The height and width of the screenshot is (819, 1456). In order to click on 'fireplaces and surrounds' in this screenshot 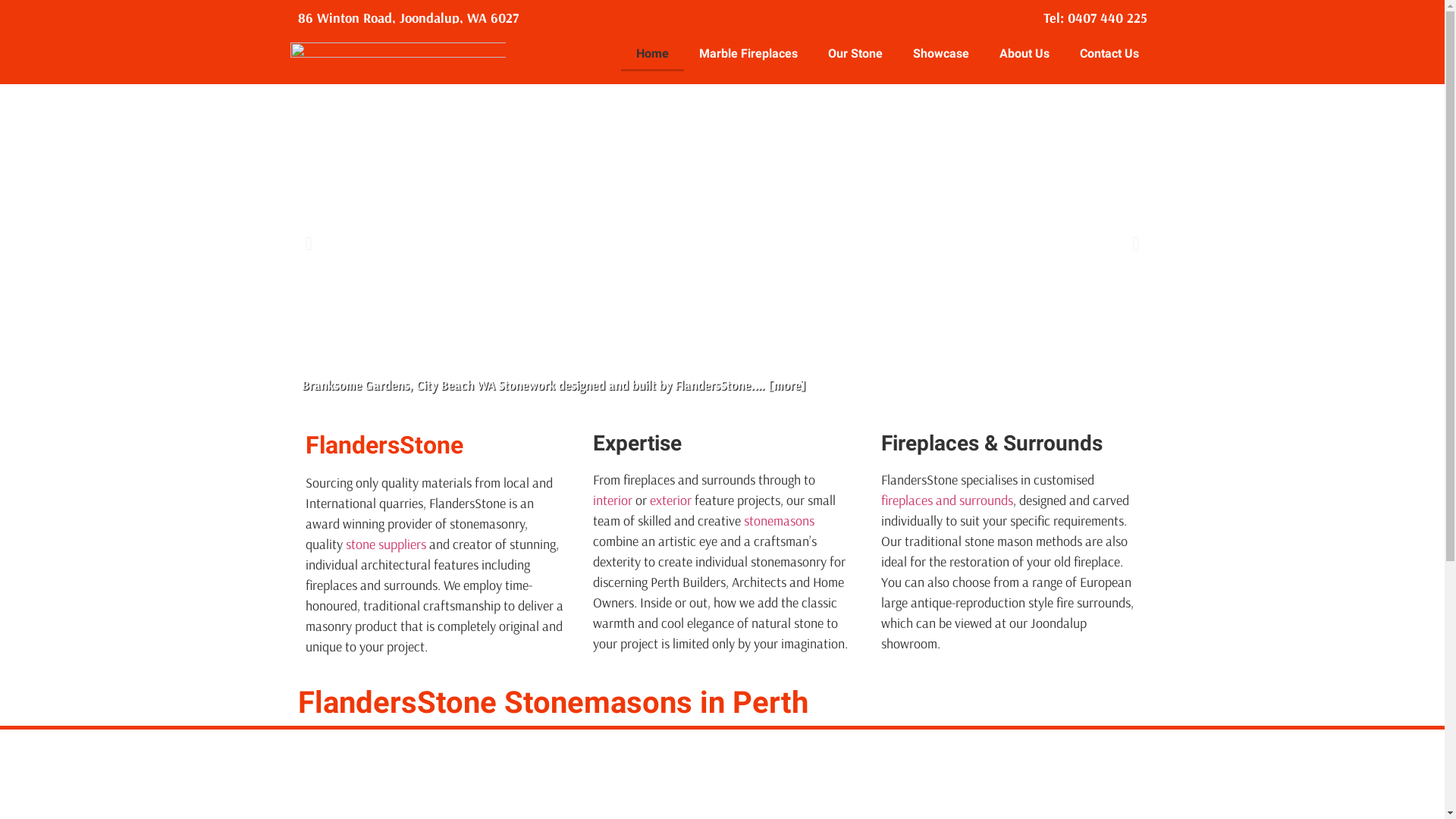, I will do `click(946, 500)`.